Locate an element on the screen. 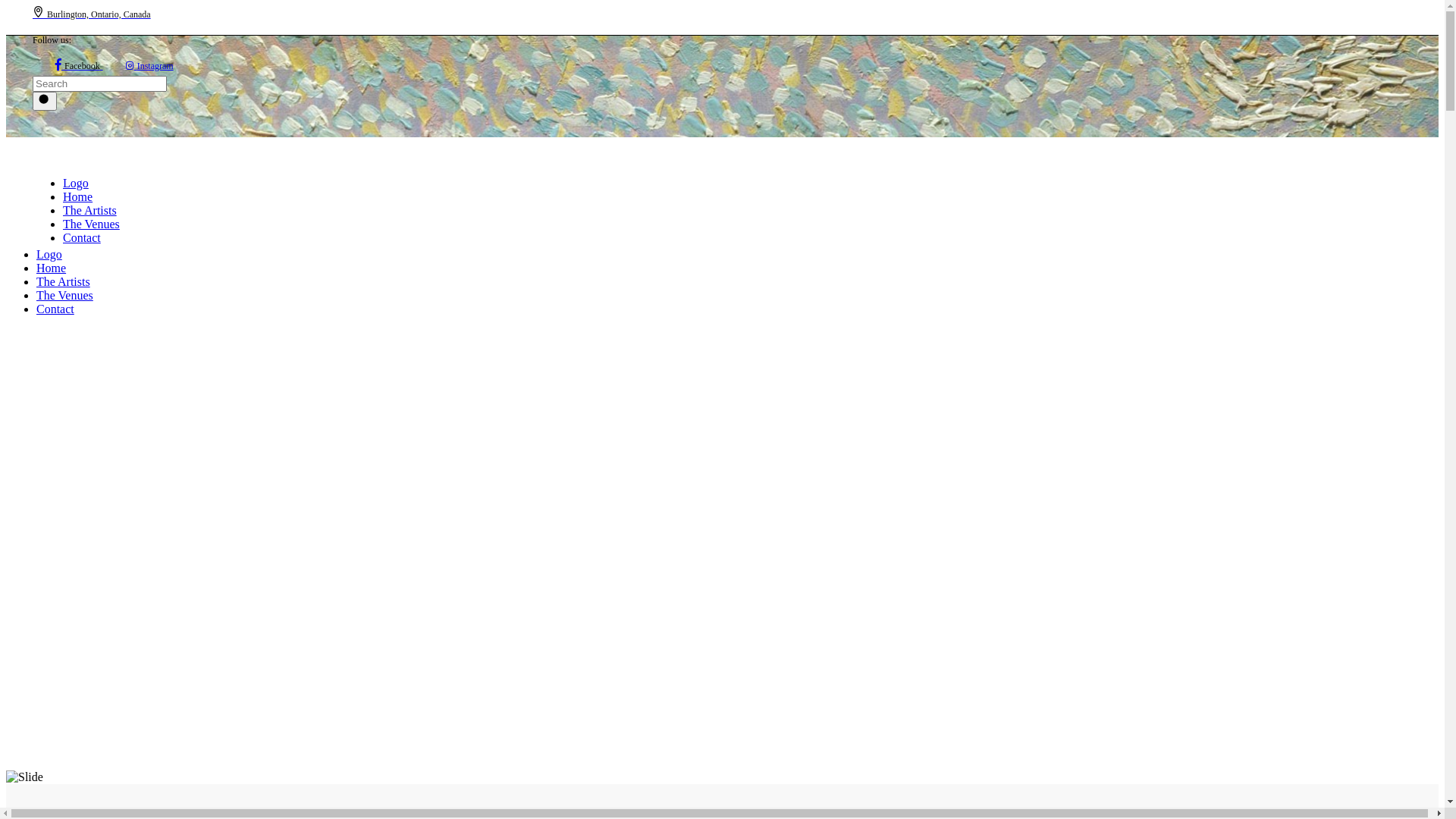  'Home' is located at coordinates (36, 267).